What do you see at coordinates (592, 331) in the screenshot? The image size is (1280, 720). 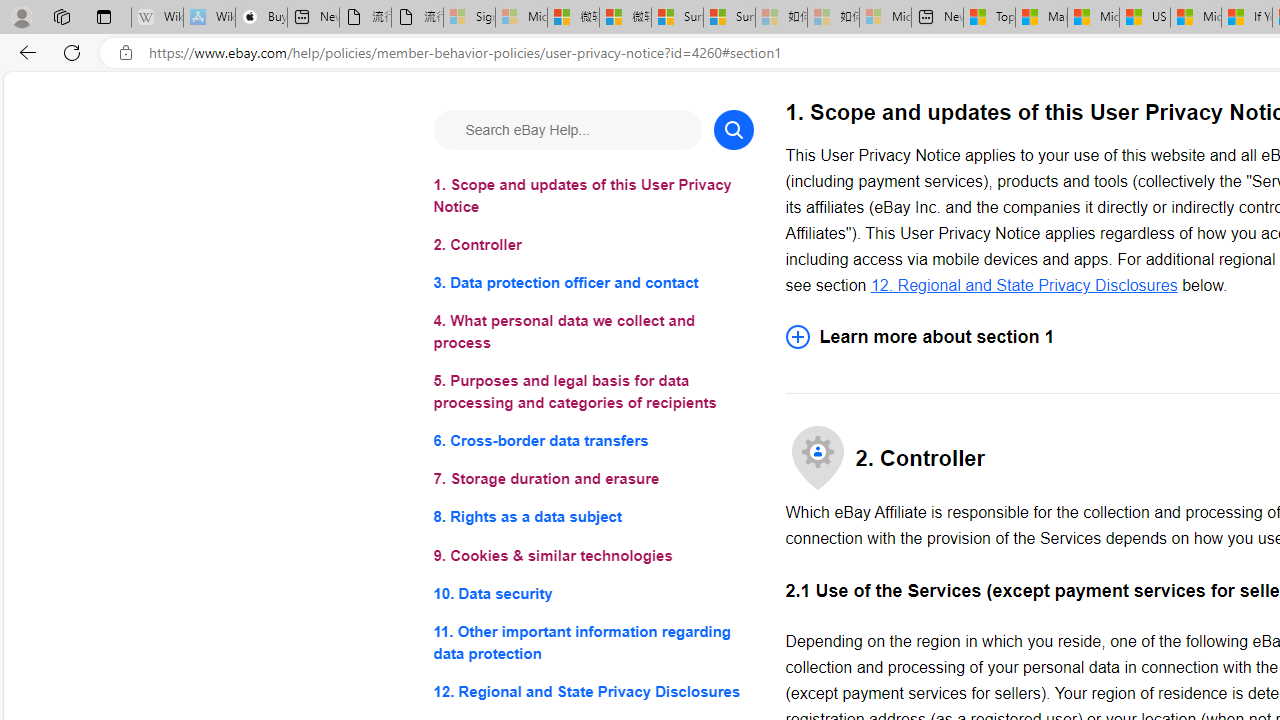 I see `'4. What personal data we collect and process'` at bounding box center [592, 331].